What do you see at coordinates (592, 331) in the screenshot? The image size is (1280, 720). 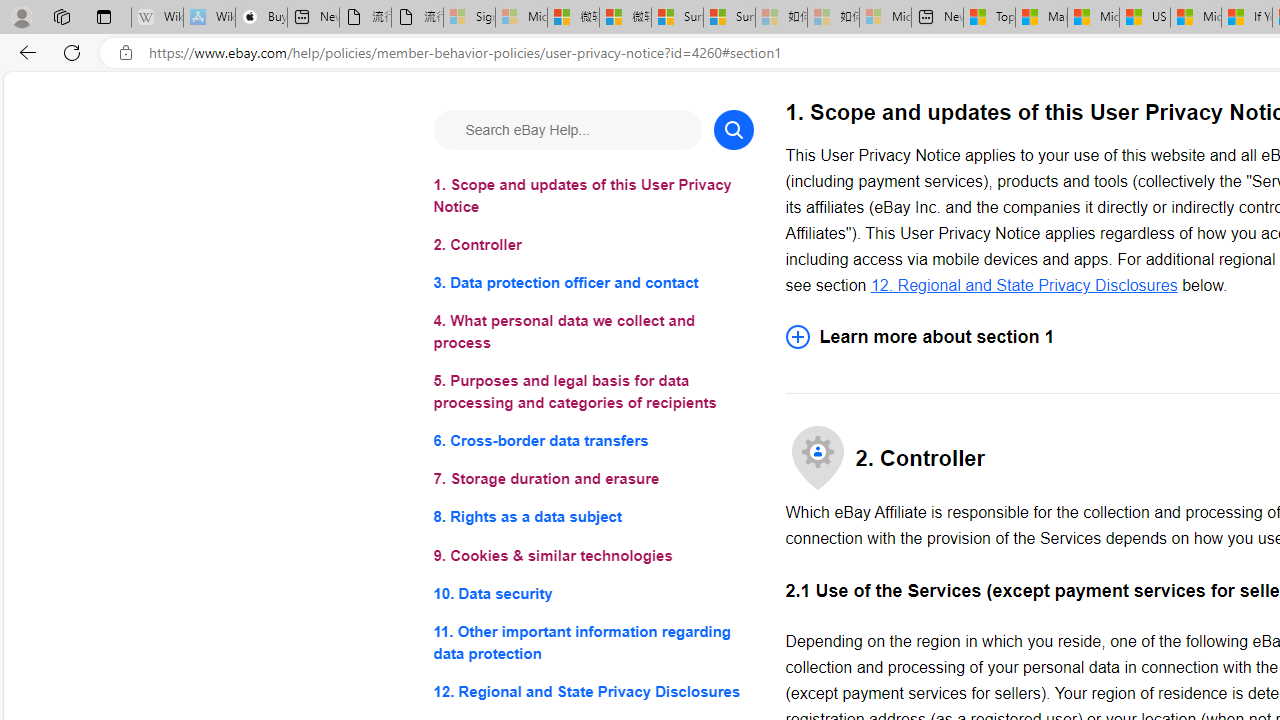 I see `'4. What personal data we collect and process'` at bounding box center [592, 331].